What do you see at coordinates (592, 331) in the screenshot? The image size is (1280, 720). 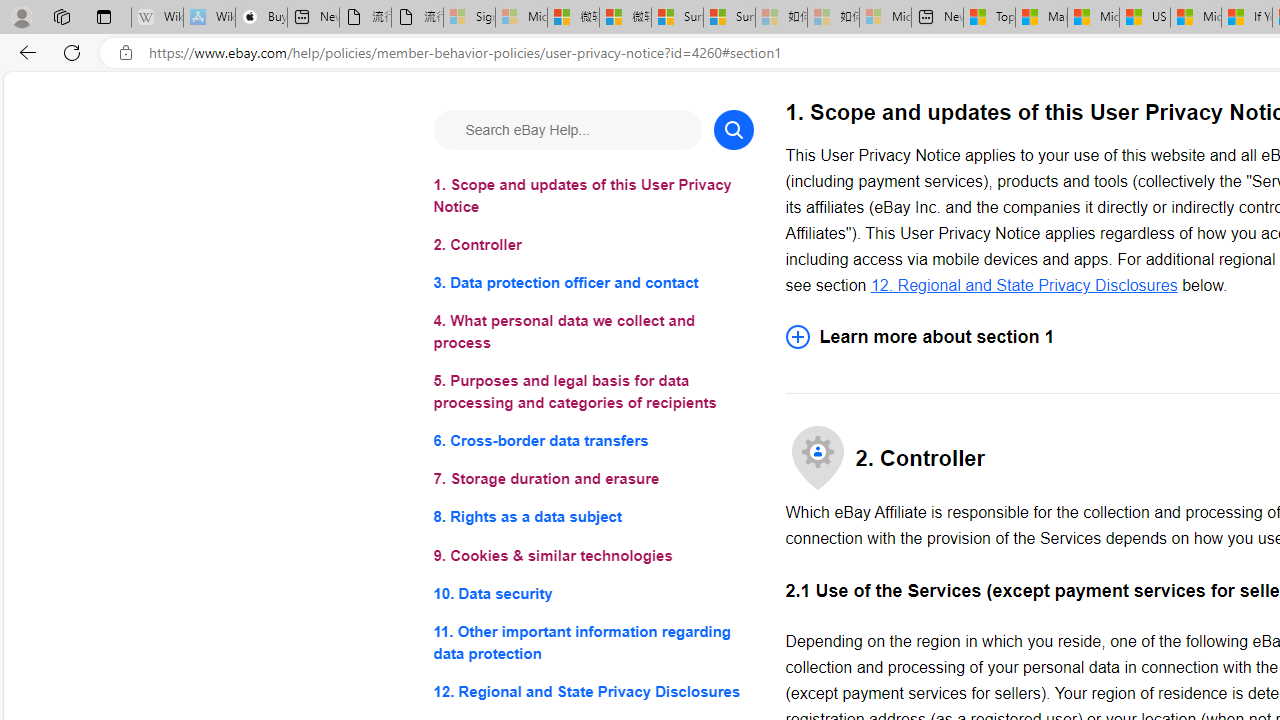 I see `'4. What personal data we collect and process'` at bounding box center [592, 331].